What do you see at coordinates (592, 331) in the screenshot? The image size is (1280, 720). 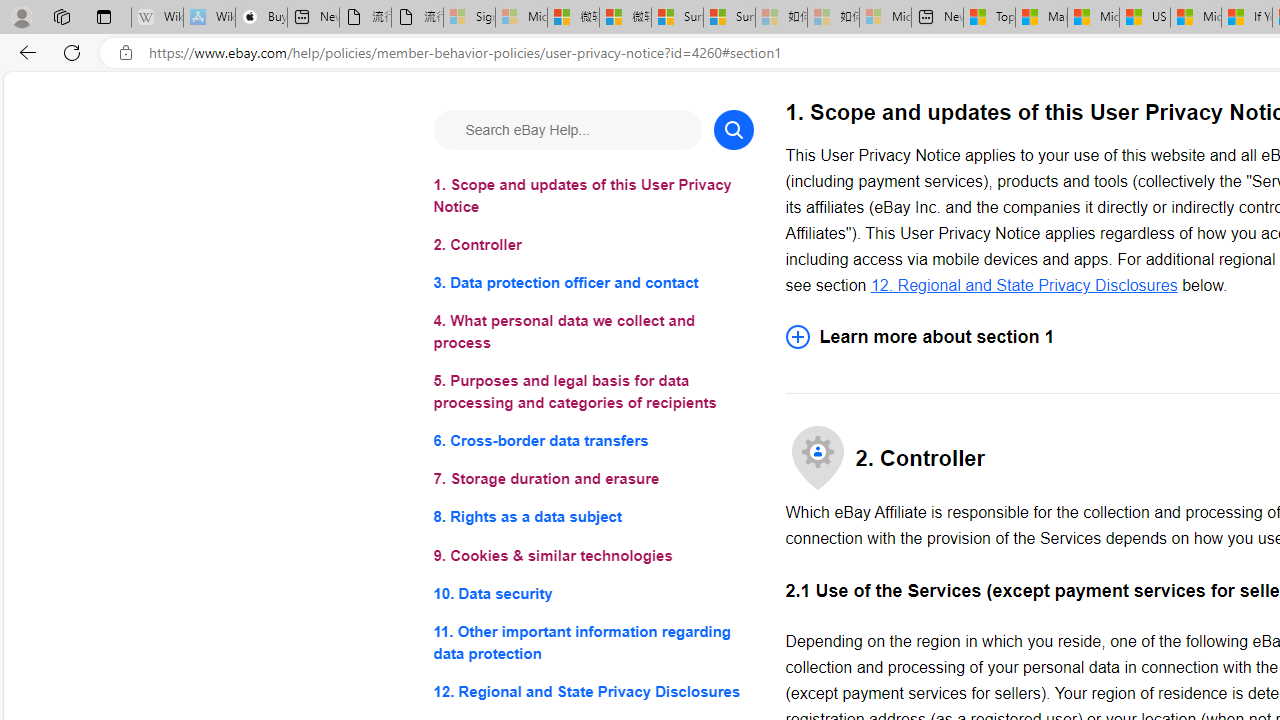 I see `'4. What personal data we collect and process'` at bounding box center [592, 331].